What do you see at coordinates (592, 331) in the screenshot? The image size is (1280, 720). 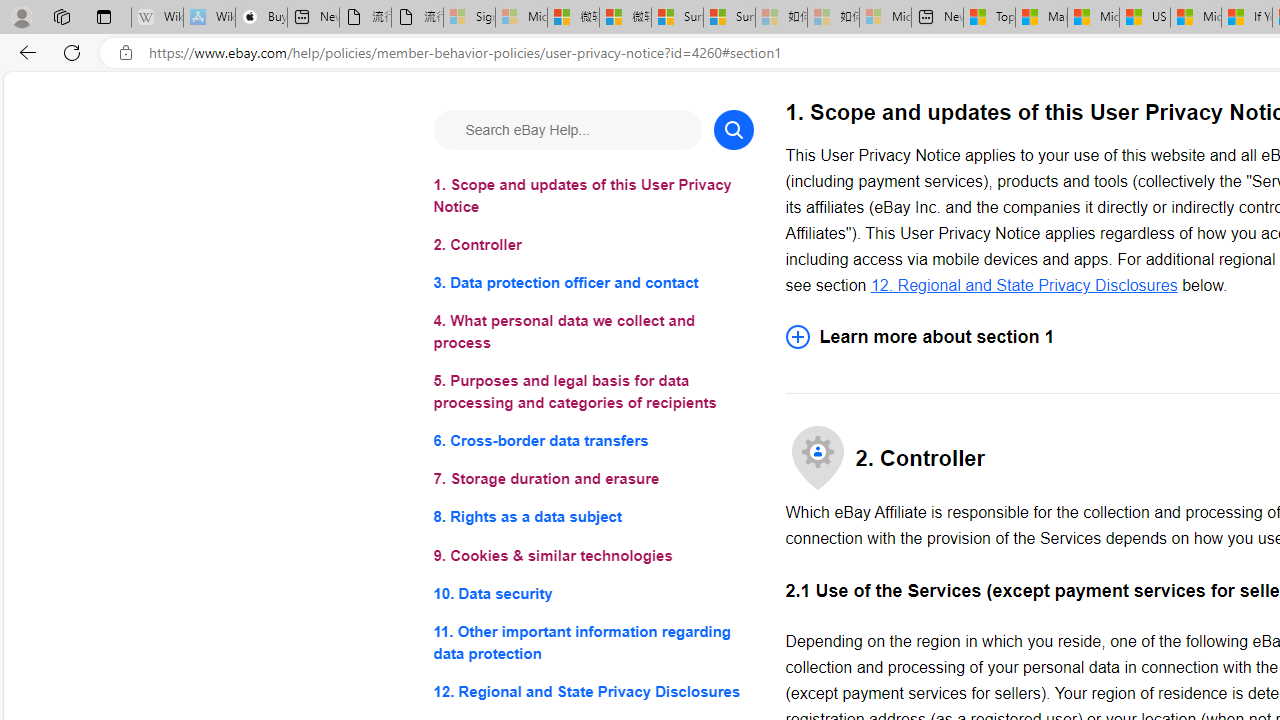 I see `'4. What personal data we collect and process'` at bounding box center [592, 331].